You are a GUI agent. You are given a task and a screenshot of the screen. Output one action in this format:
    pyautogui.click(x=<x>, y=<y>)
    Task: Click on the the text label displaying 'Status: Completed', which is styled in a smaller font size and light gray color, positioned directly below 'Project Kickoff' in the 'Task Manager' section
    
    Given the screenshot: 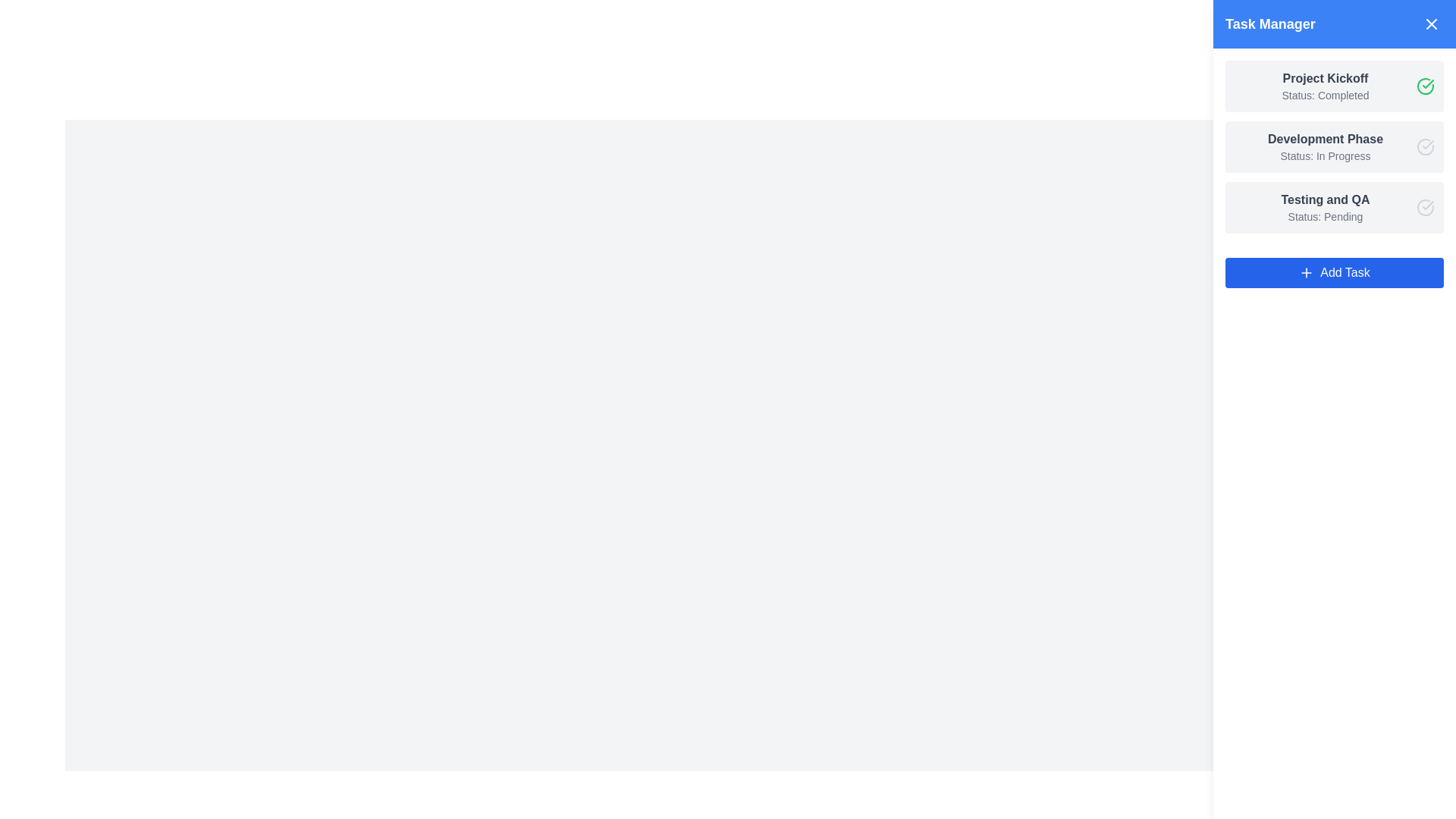 What is the action you would take?
    pyautogui.click(x=1324, y=96)
    